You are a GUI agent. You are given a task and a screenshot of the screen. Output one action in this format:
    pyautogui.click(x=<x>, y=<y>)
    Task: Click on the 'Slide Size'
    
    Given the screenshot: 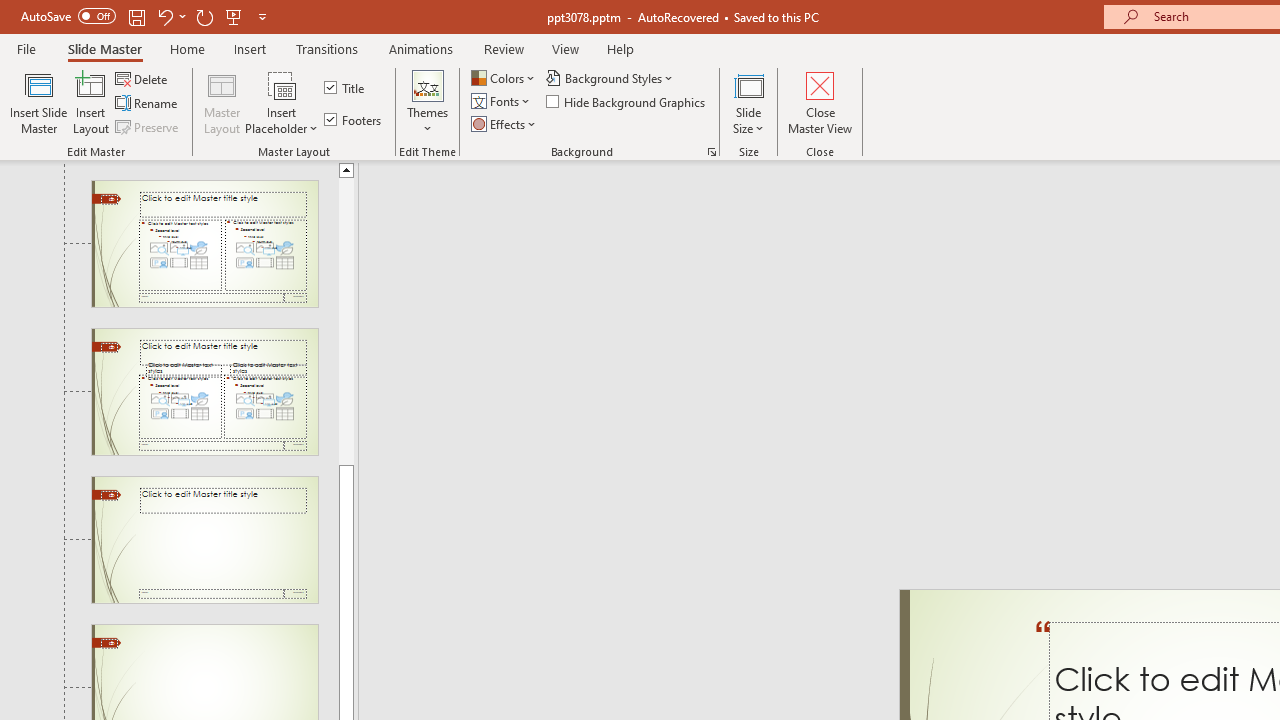 What is the action you would take?
    pyautogui.click(x=748, y=103)
    